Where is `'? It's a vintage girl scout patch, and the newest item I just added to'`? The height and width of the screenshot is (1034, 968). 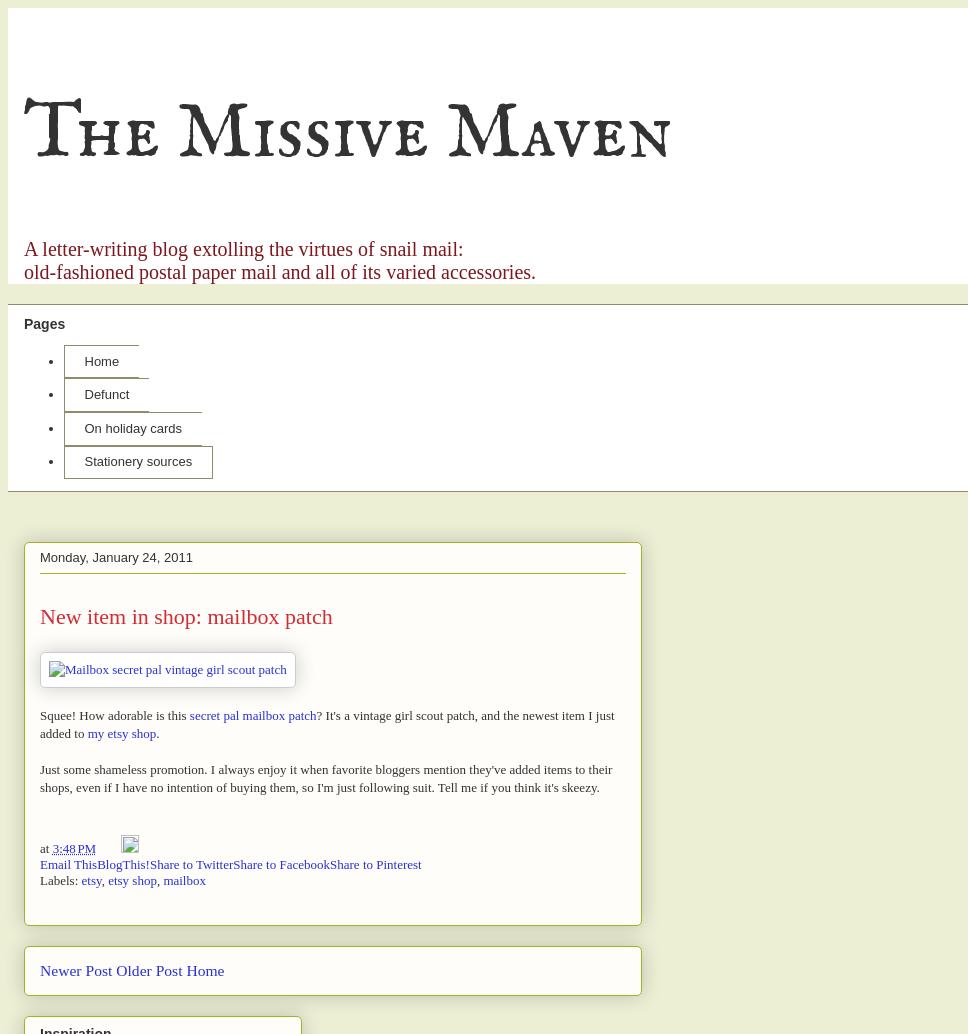 '? It's a vintage girl scout patch, and the newest item I just added to' is located at coordinates (326, 723).